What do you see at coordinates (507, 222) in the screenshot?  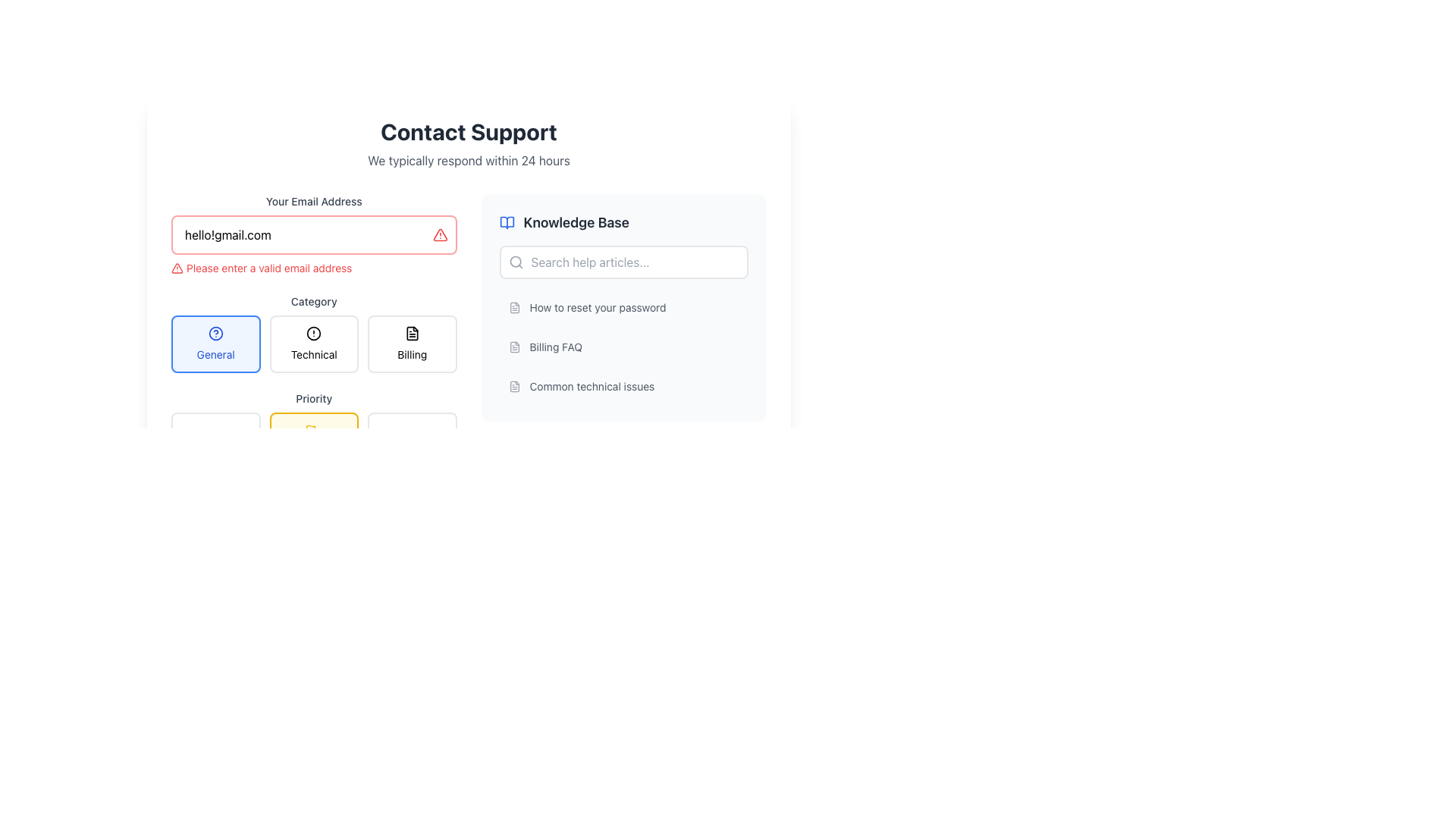 I see `the open book icon located in the 'Knowledge Base' section, which is styled in blue and positioned to the left of the 'Knowledge Base' heading` at bounding box center [507, 222].